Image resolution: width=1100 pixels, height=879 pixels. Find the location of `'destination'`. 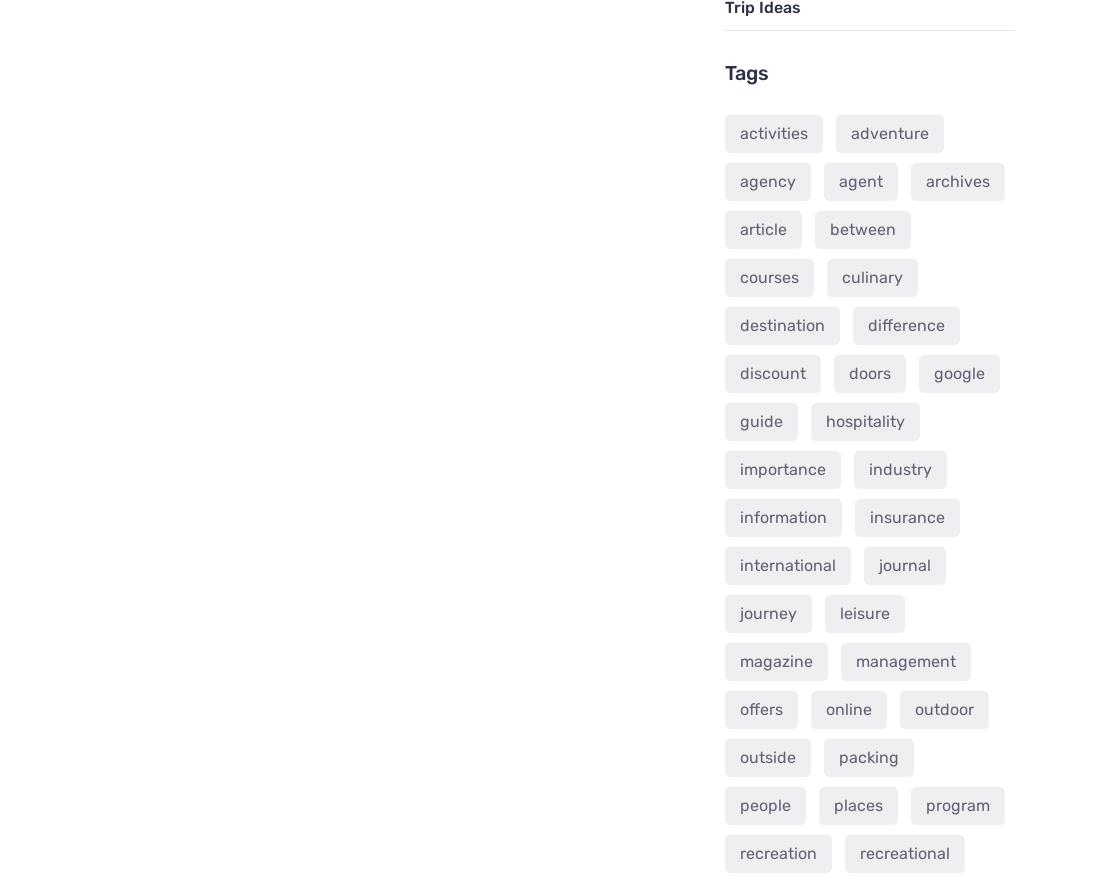

'destination' is located at coordinates (781, 323).